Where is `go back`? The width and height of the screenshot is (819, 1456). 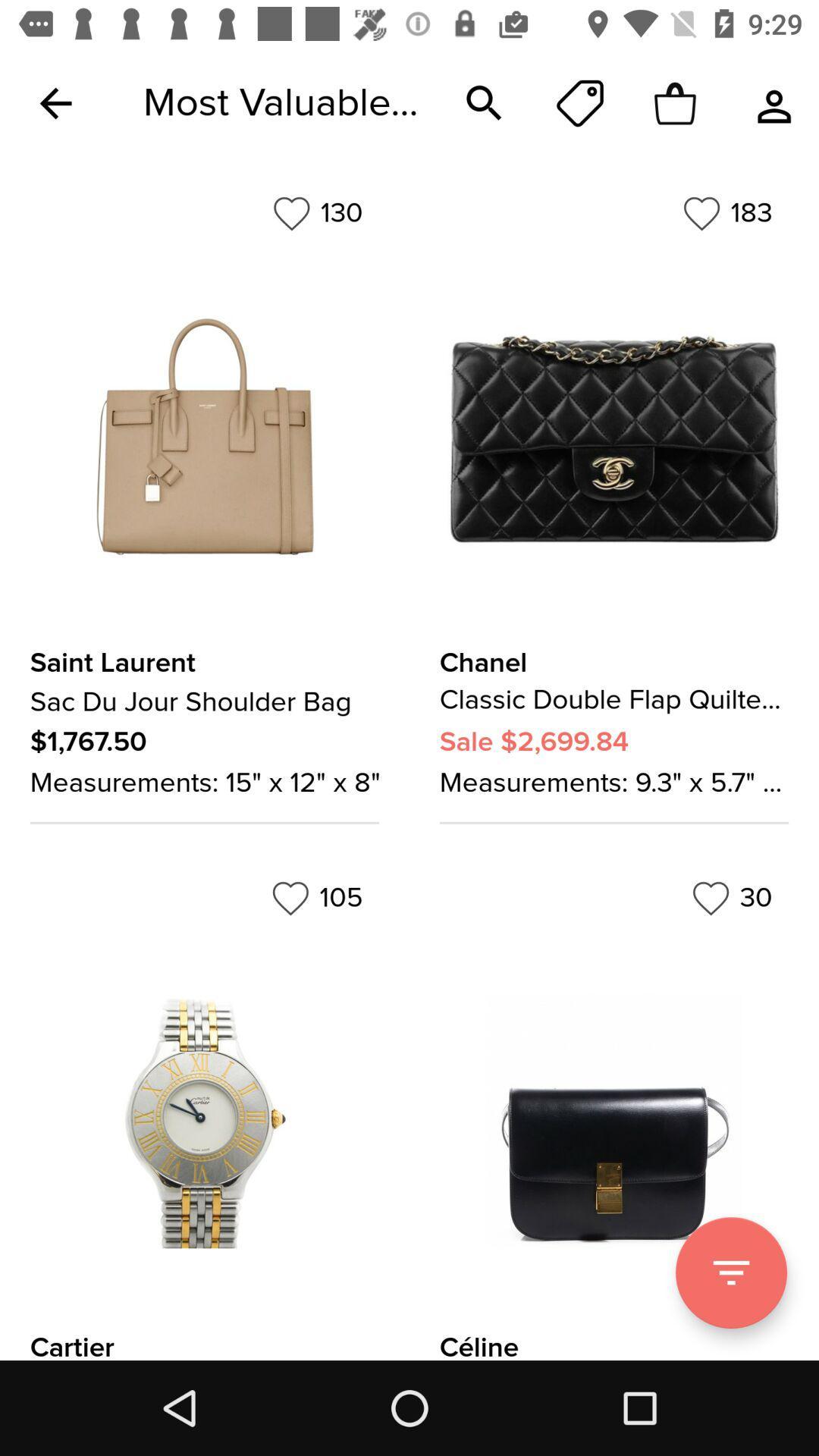
go back is located at coordinates (55, 102).